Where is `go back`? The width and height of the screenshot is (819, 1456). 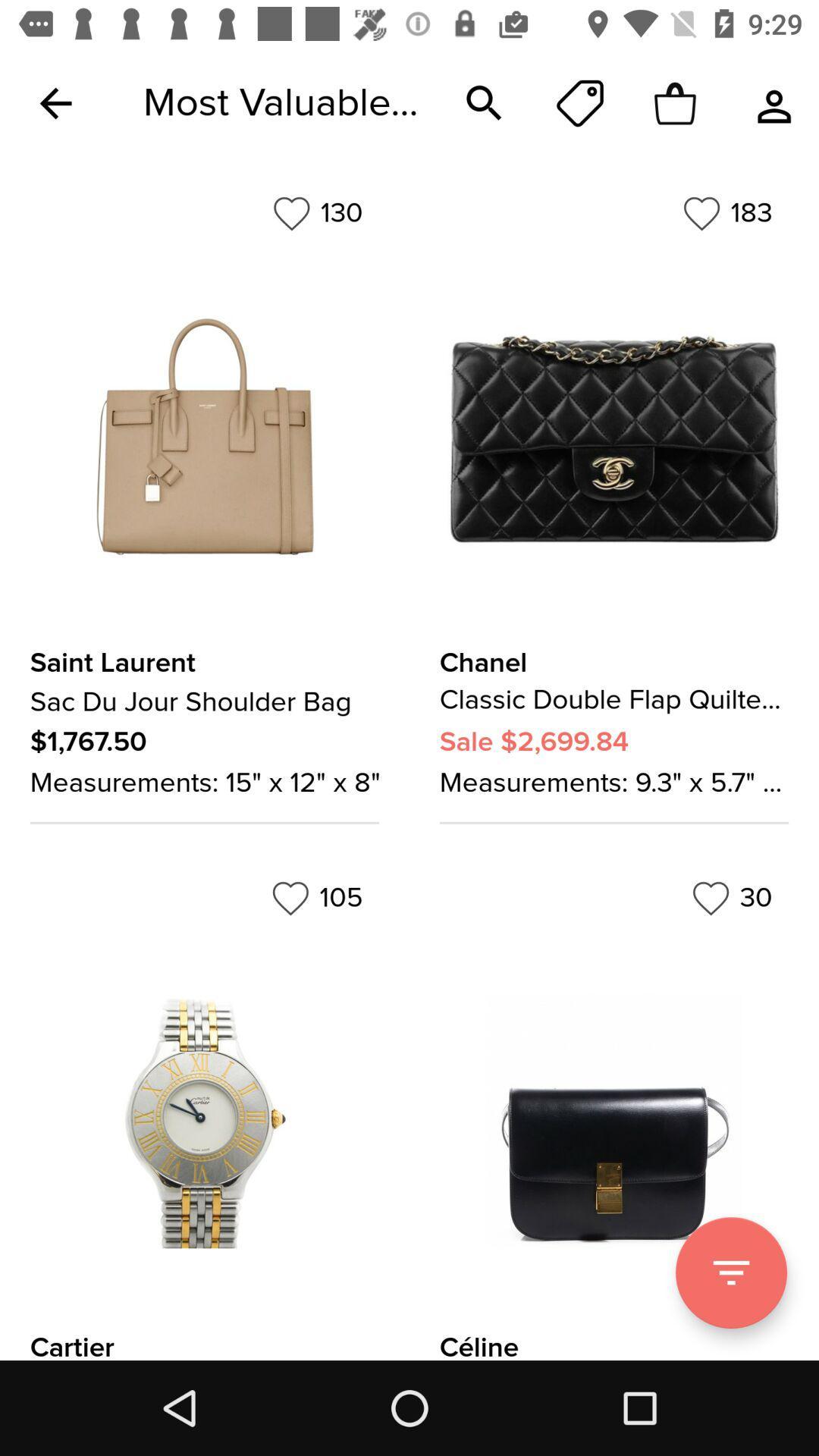
go back is located at coordinates (55, 102).